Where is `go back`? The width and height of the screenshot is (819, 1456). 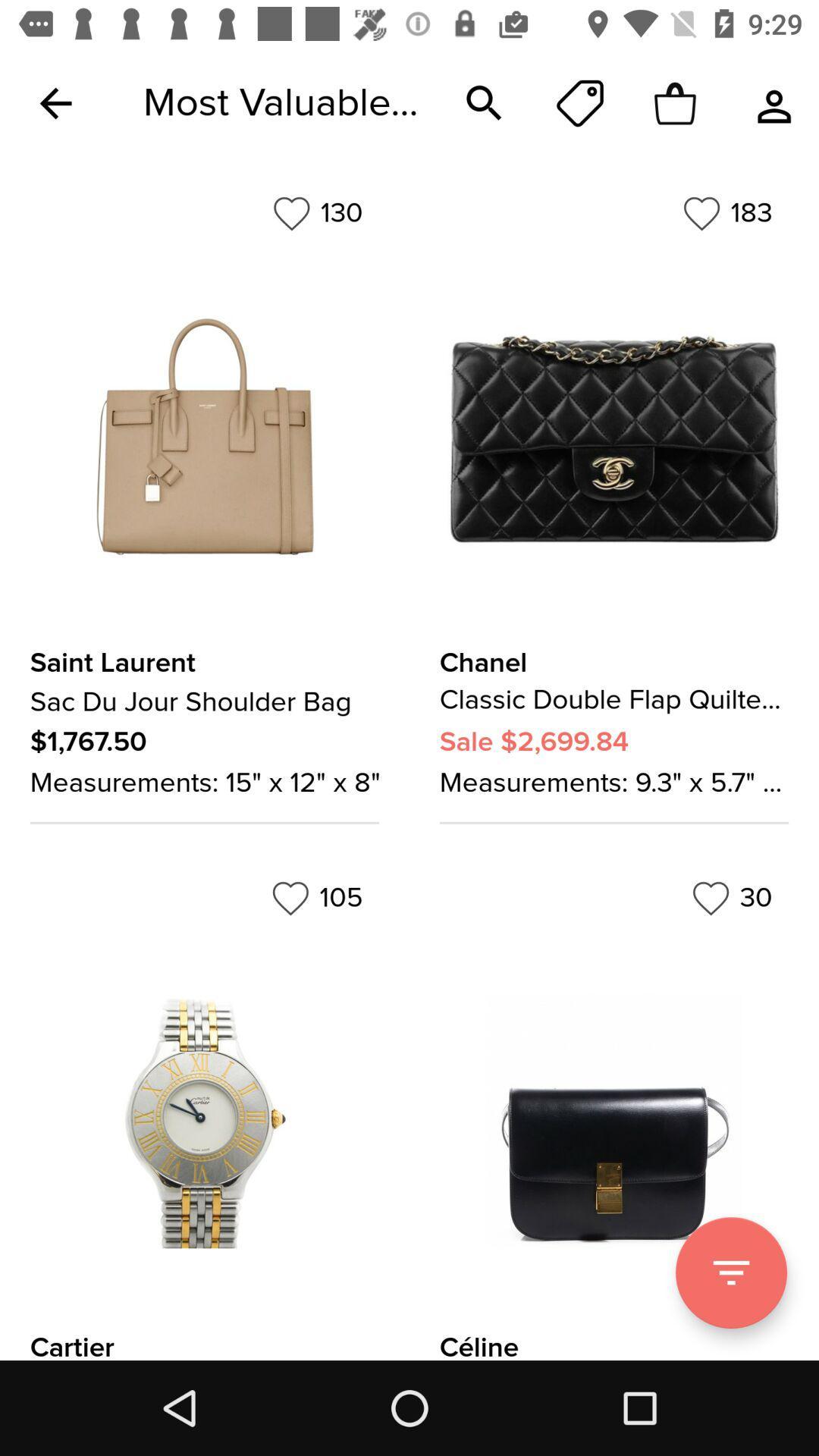
go back is located at coordinates (55, 102).